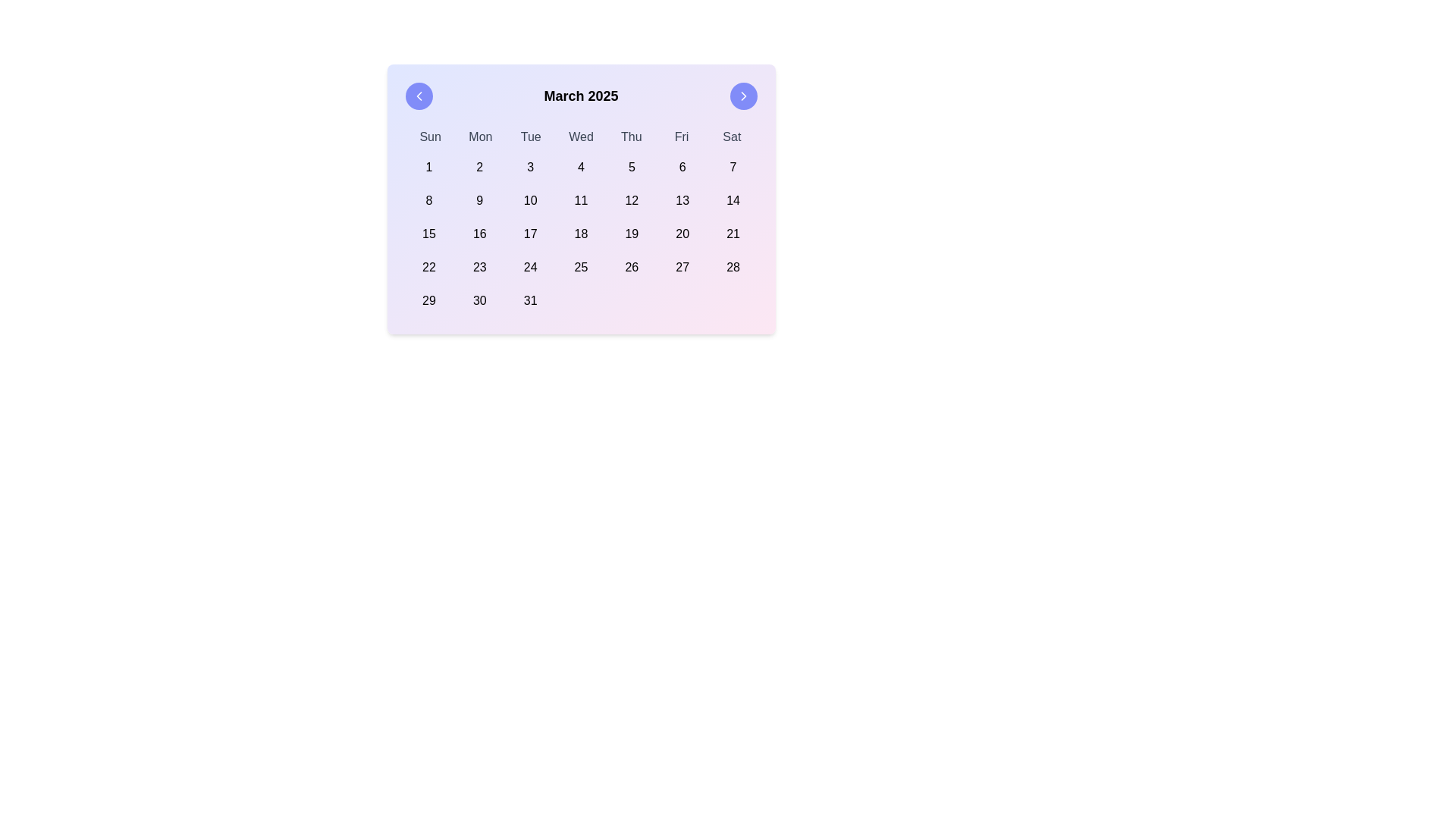  What do you see at coordinates (479, 301) in the screenshot?
I see `the Calendar date button displaying the number '30' to trigger the hover effect` at bounding box center [479, 301].